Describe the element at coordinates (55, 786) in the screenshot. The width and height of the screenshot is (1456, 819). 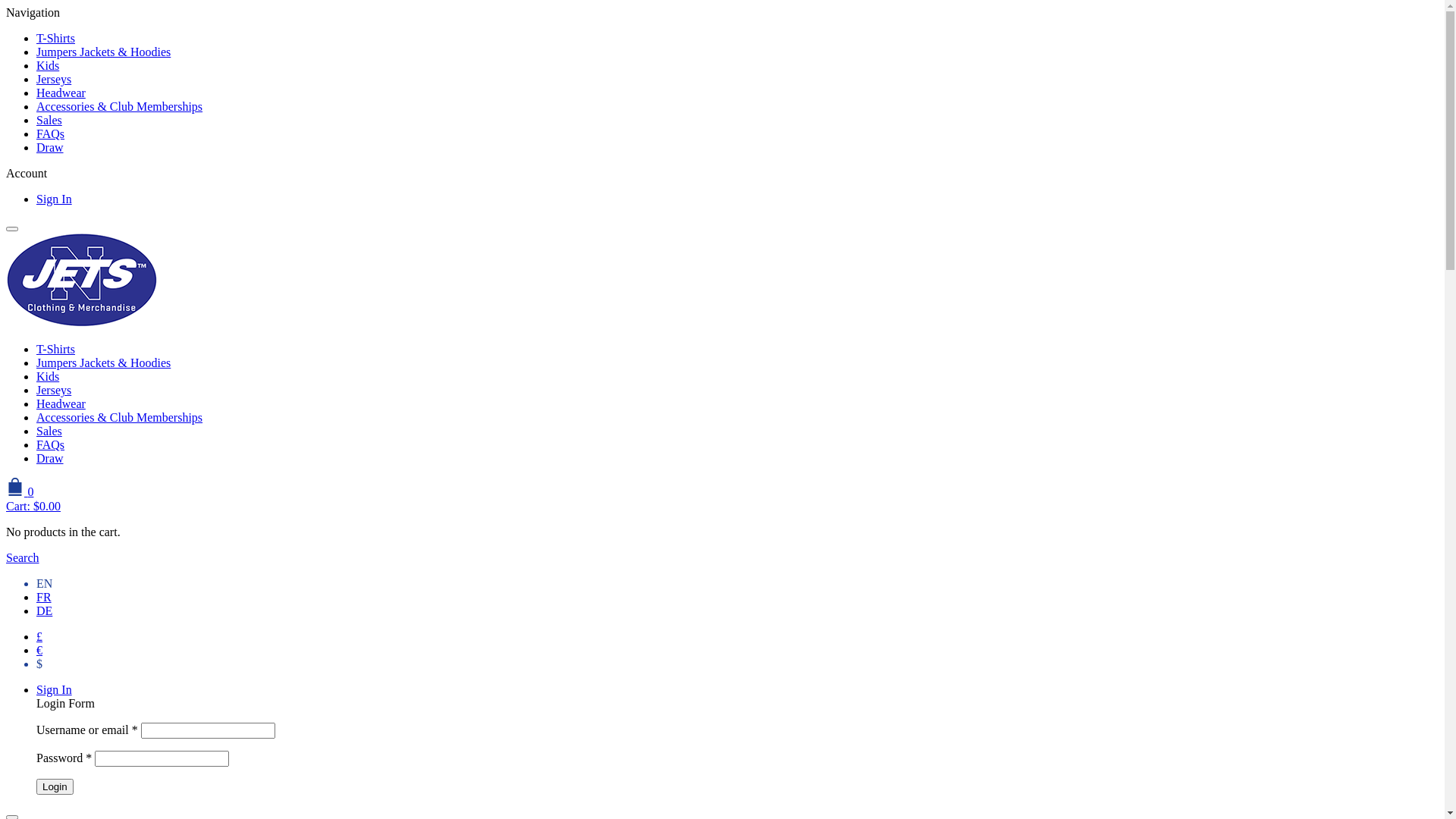
I see `'Login'` at that location.